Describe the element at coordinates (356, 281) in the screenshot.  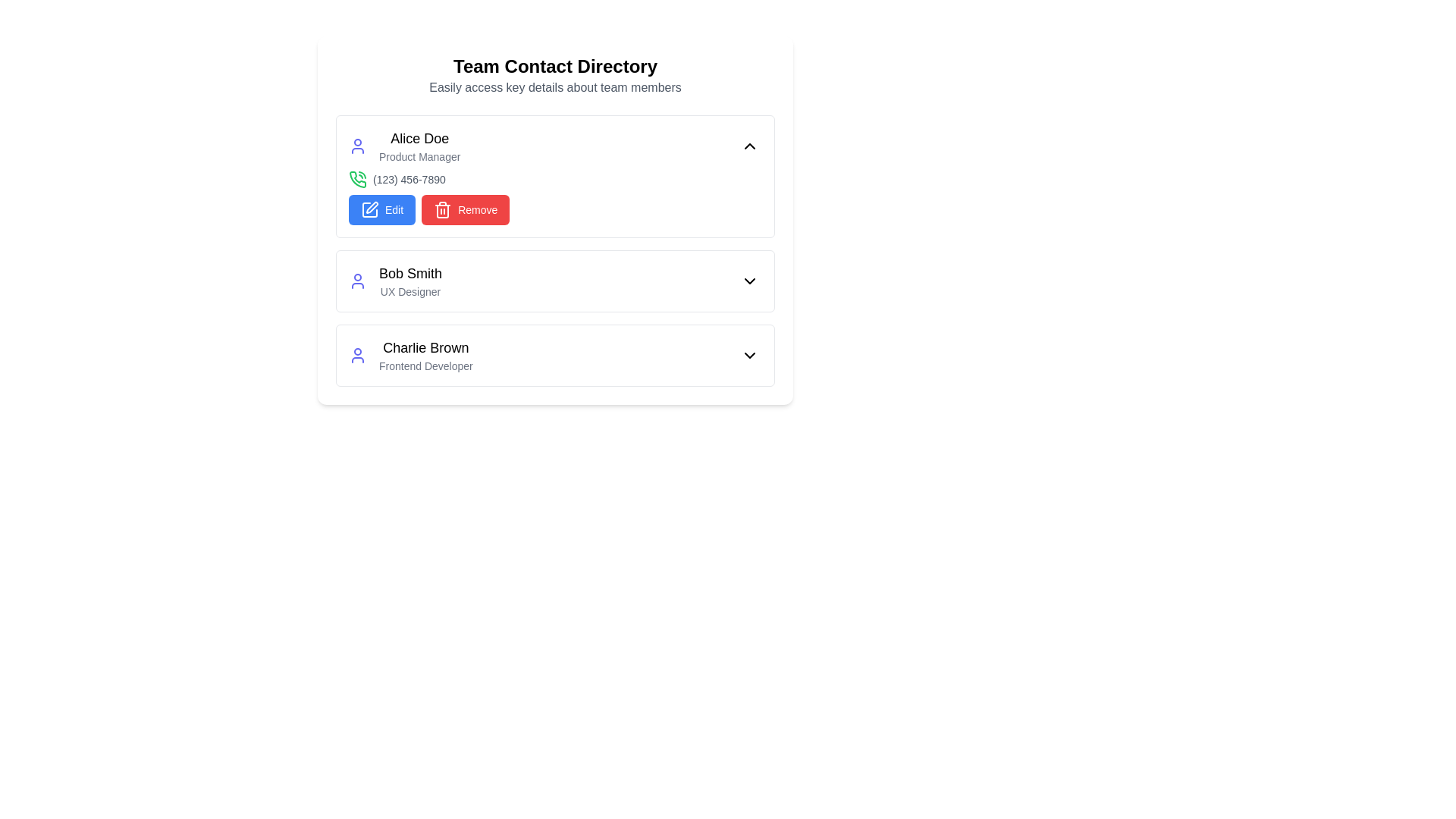
I see `the User avatar icon (SVG) representing 'Bob Smith' in the contact entry, which is positioned to the left of the text 'Bob Smith UX Designer'` at that location.